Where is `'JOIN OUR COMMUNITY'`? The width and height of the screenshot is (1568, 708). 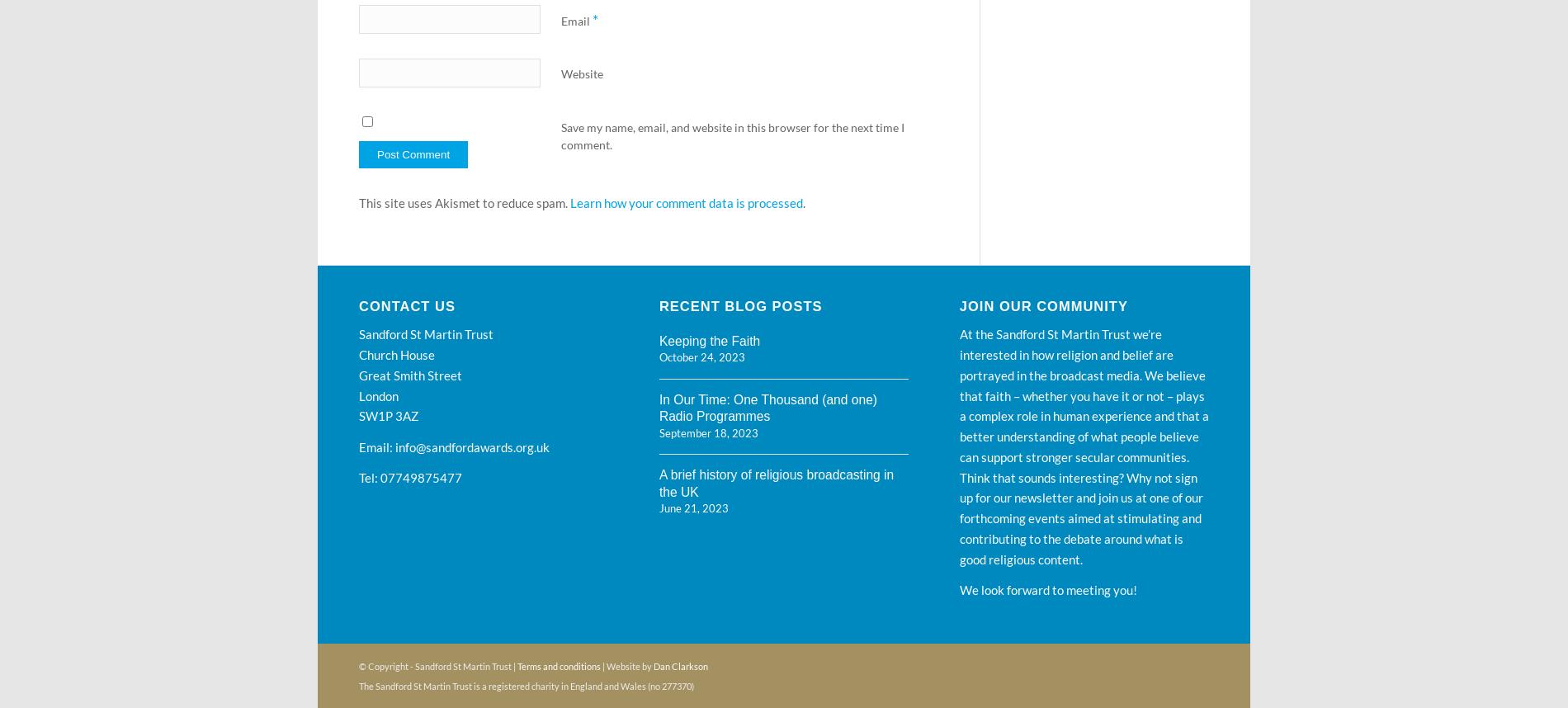
'JOIN OUR COMMUNITY' is located at coordinates (1042, 305).